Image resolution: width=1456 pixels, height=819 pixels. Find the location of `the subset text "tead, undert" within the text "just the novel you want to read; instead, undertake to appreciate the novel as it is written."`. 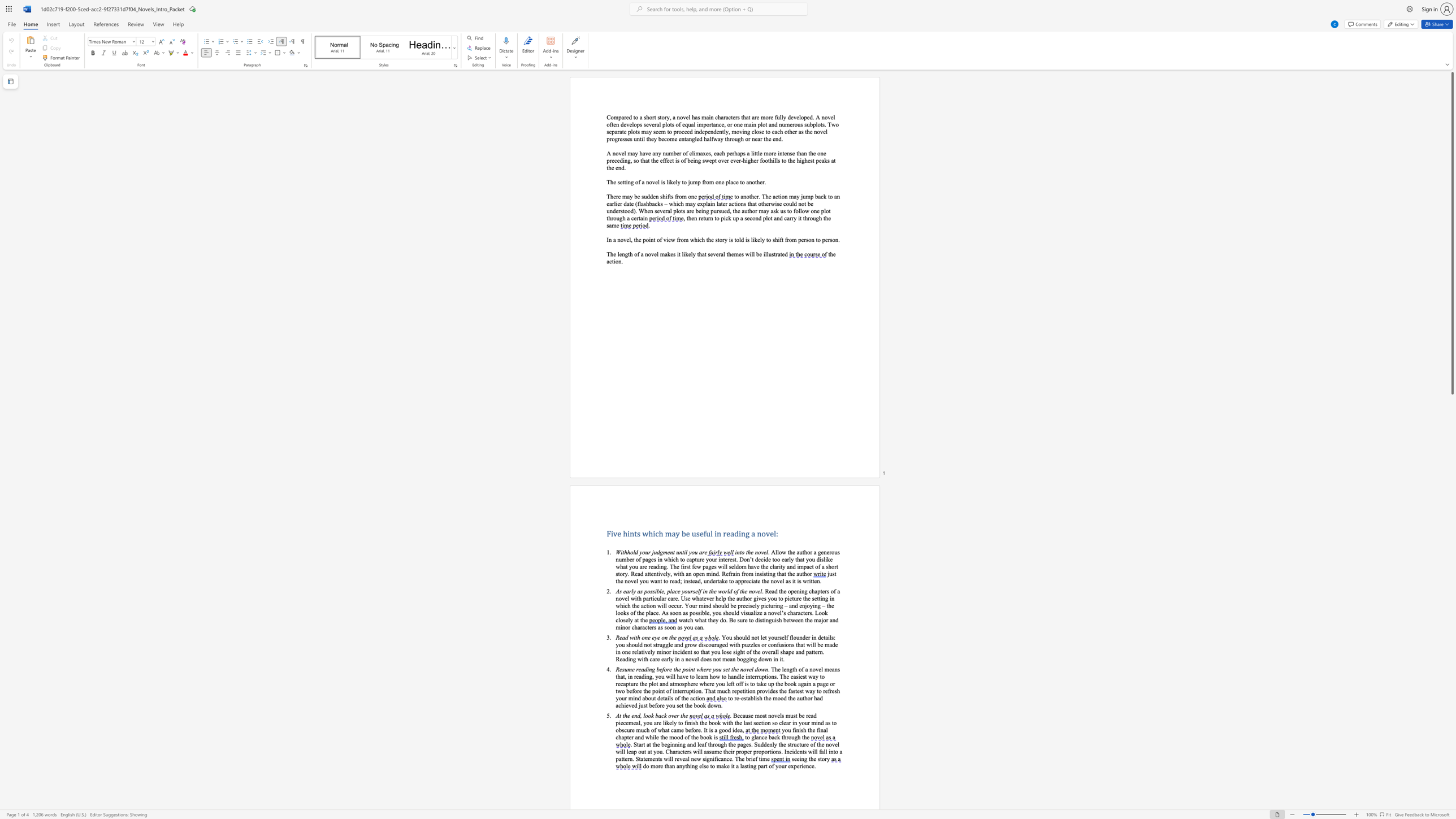

the subset text "tead, undert" within the text "just the novel you want to read; instead, undertake to appreciate the novel as it is written." is located at coordinates (691, 580).